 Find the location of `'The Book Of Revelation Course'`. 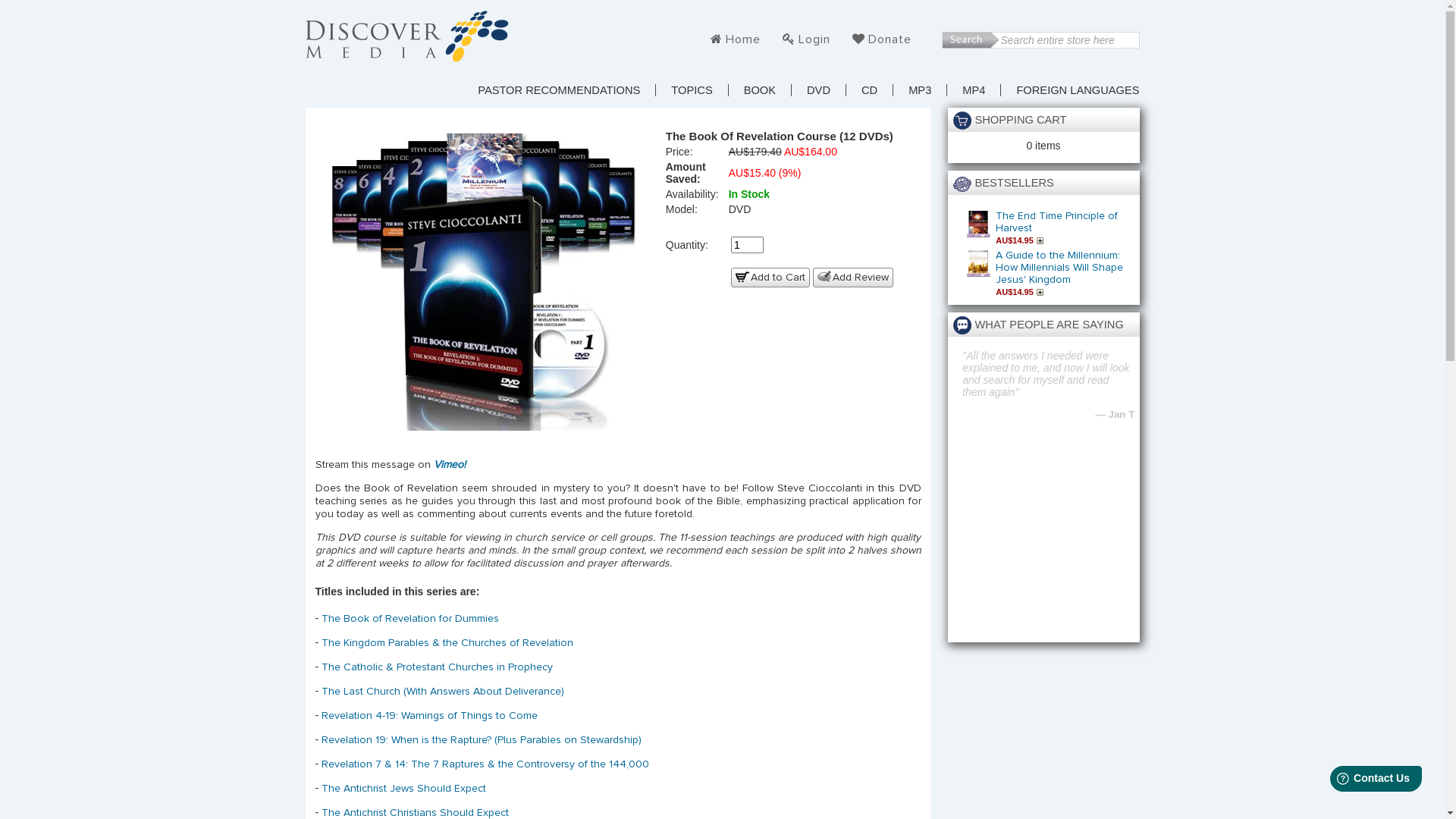

'The Book Of Revelation Course' is located at coordinates (483, 278).